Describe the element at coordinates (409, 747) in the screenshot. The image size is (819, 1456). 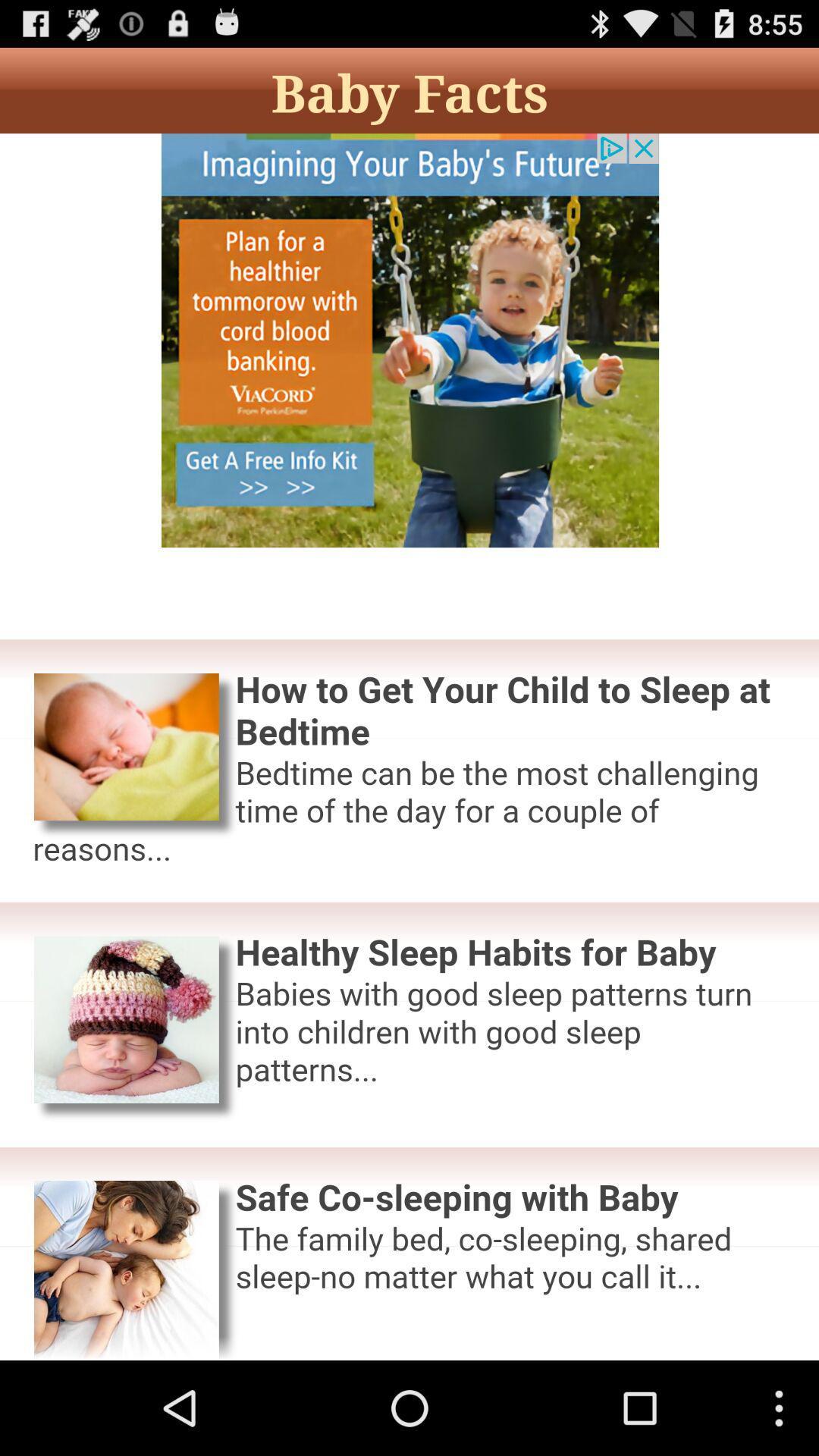
I see `advertisement top short articles bottom` at that location.